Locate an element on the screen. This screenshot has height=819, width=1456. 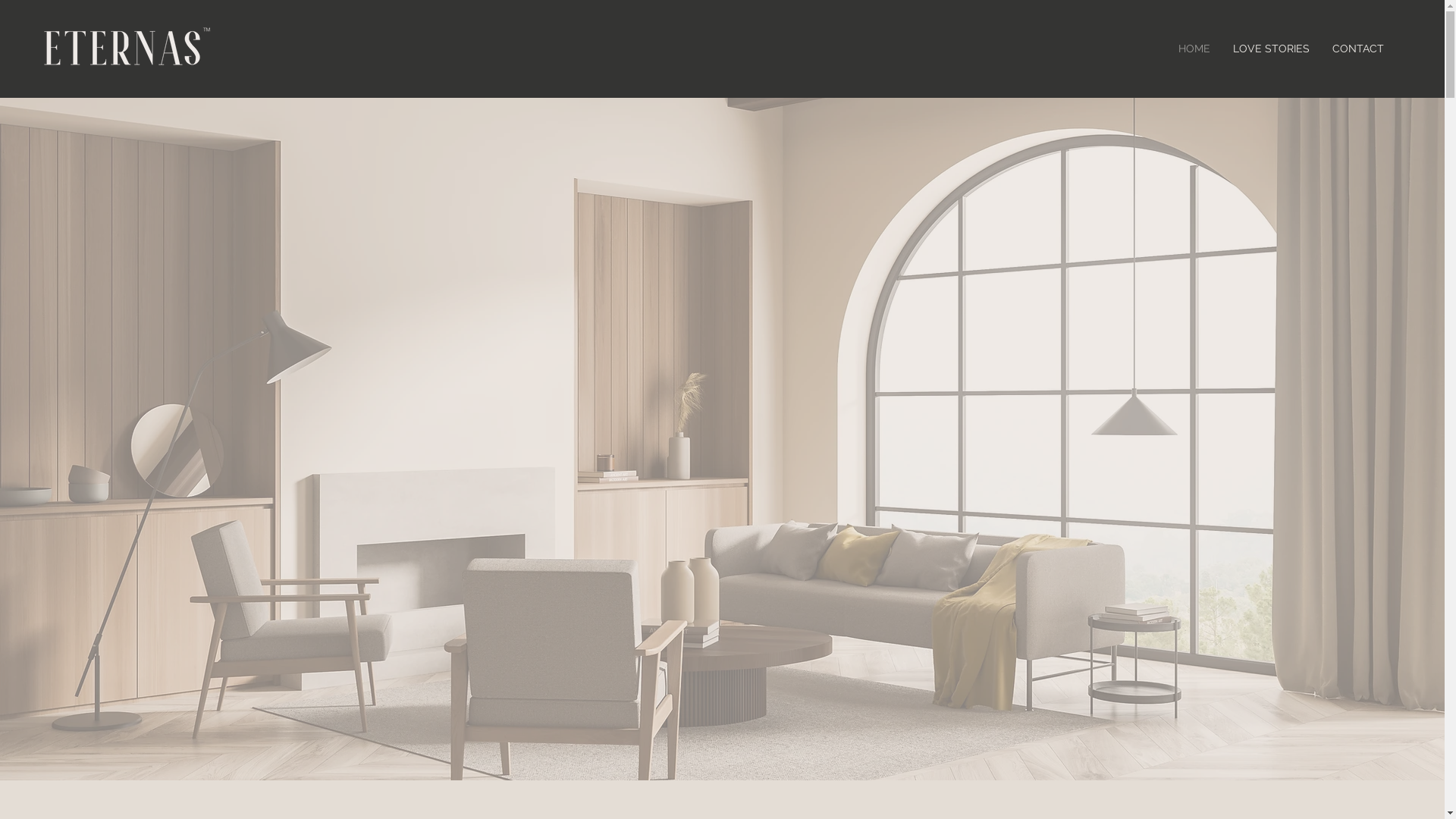
'HOME' is located at coordinates (1166, 48).